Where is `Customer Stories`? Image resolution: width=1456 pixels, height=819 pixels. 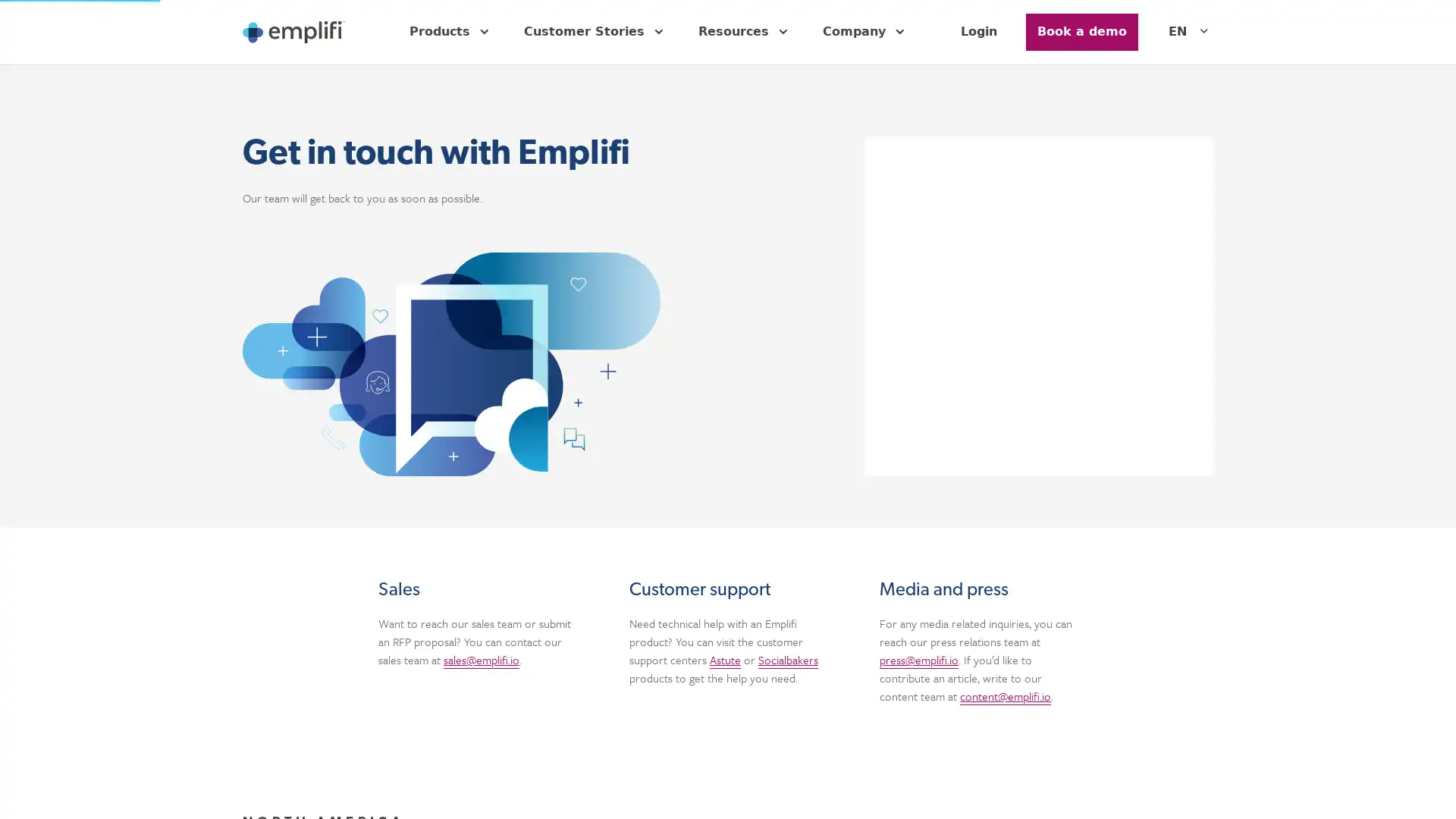 Customer Stories is located at coordinates (595, 32).